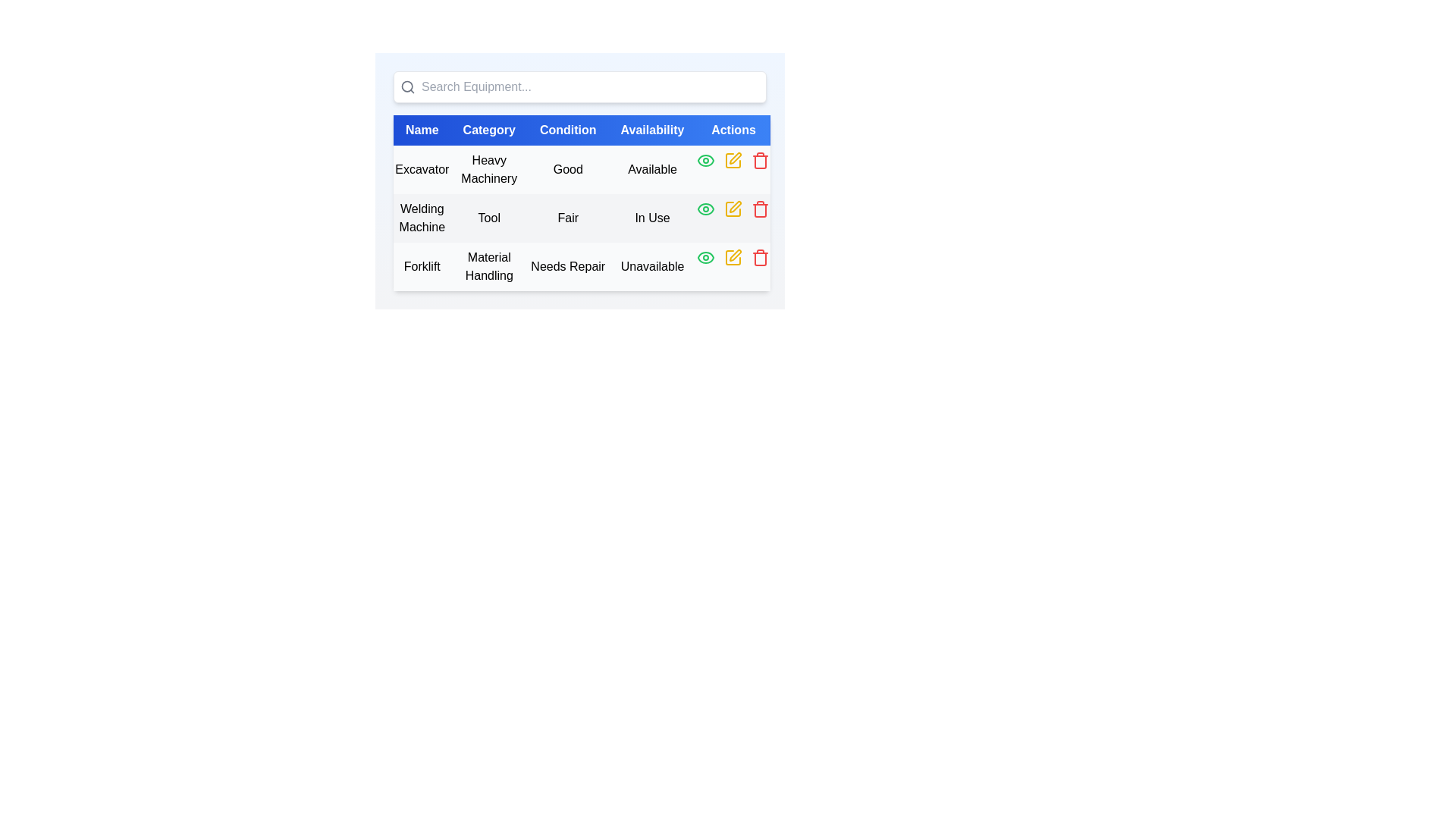 The width and height of the screenshot is (1456, 819). Describe the element at coordinates (705, 256) in the screenshot. I see `the 'View' icon button in the last row of the table under the 'Actions' column for the item labeled 'Forklift'` at that location.